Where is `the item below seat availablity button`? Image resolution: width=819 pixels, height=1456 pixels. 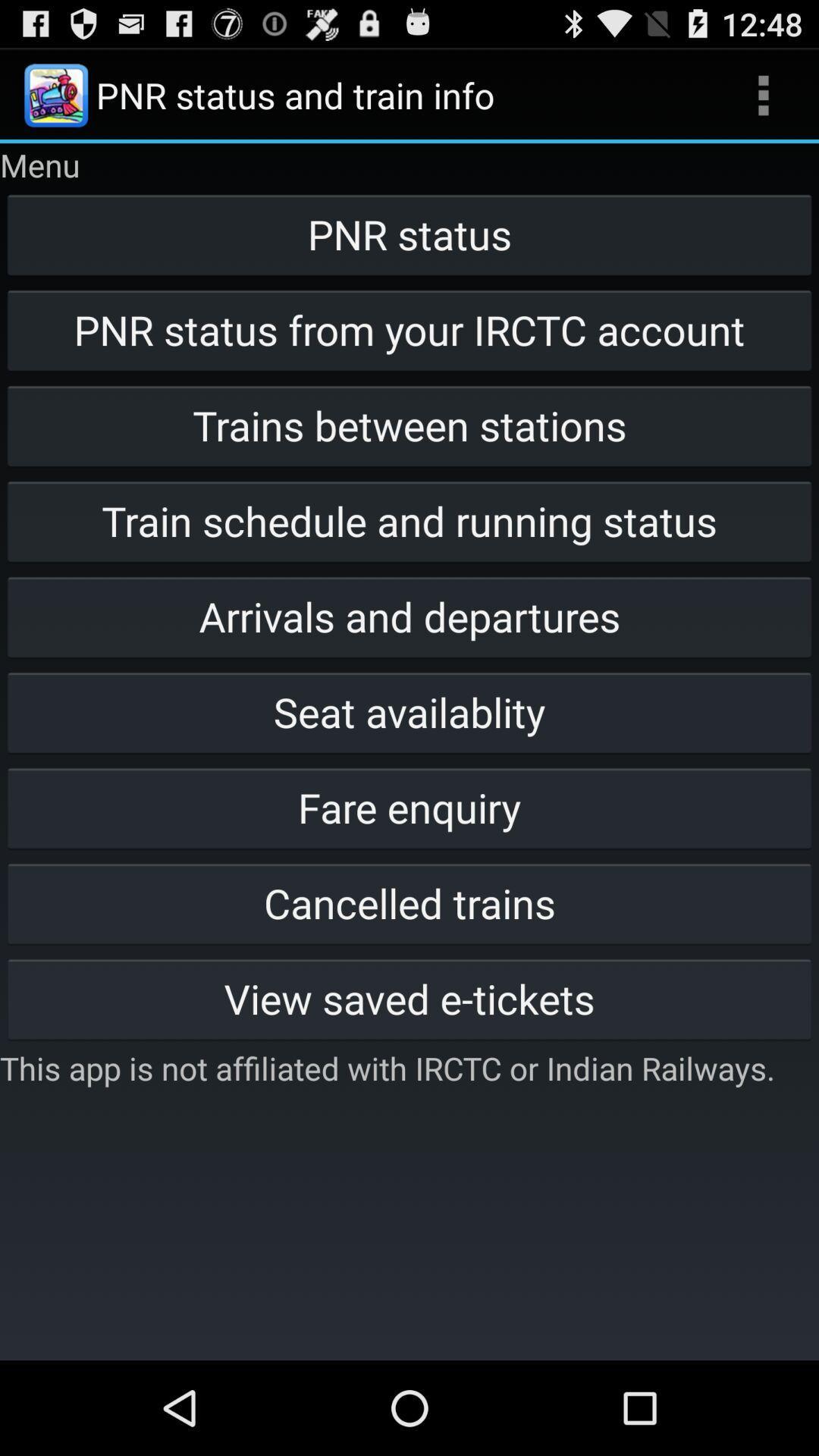 the item below seat availablity button is located at coordinates (409, 807).